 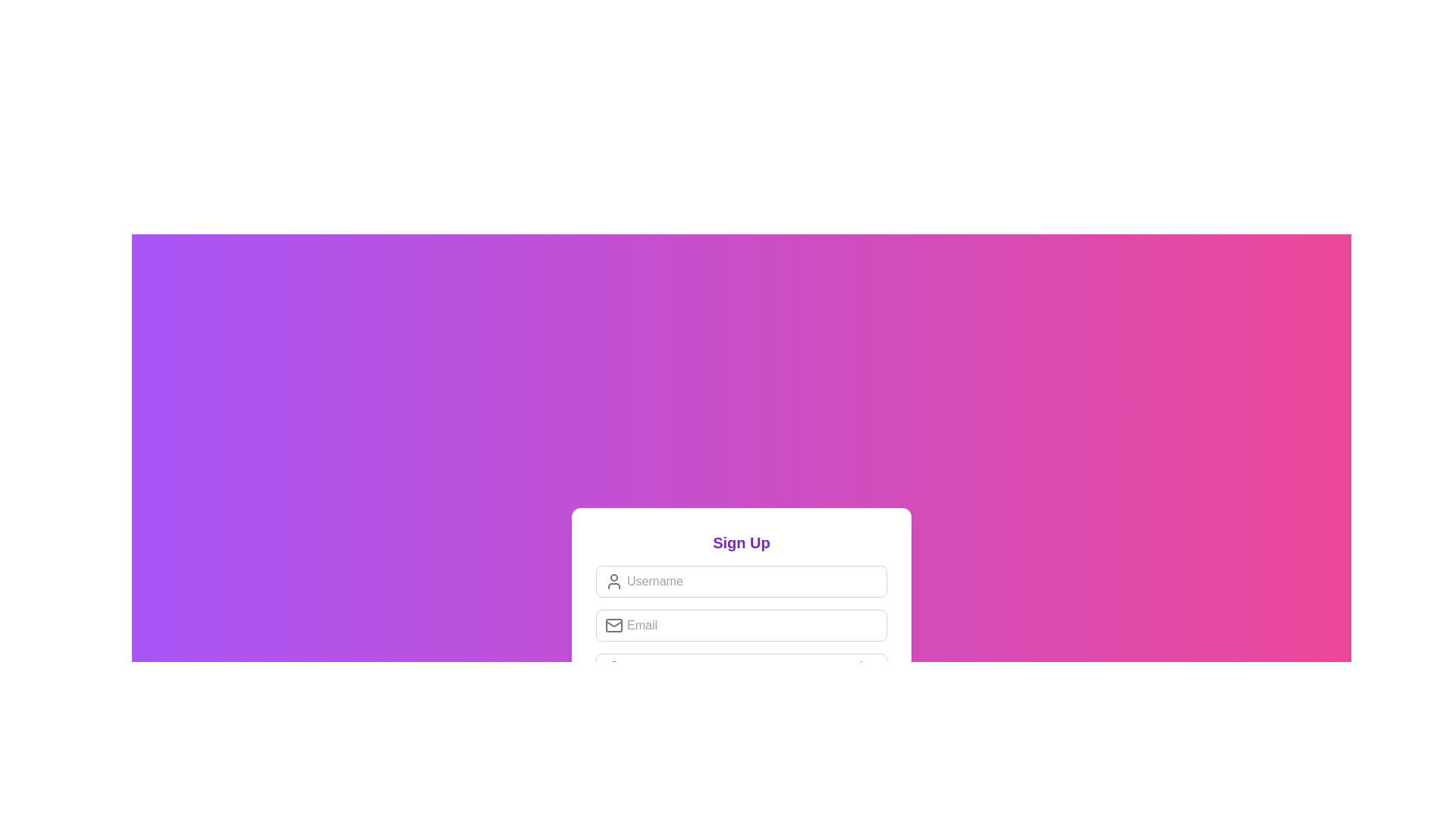 I want to click on the icon that serves as a visual indicator for the email input field, located to the left of the email input field within the sign-up form, so click(x=614, y=626).